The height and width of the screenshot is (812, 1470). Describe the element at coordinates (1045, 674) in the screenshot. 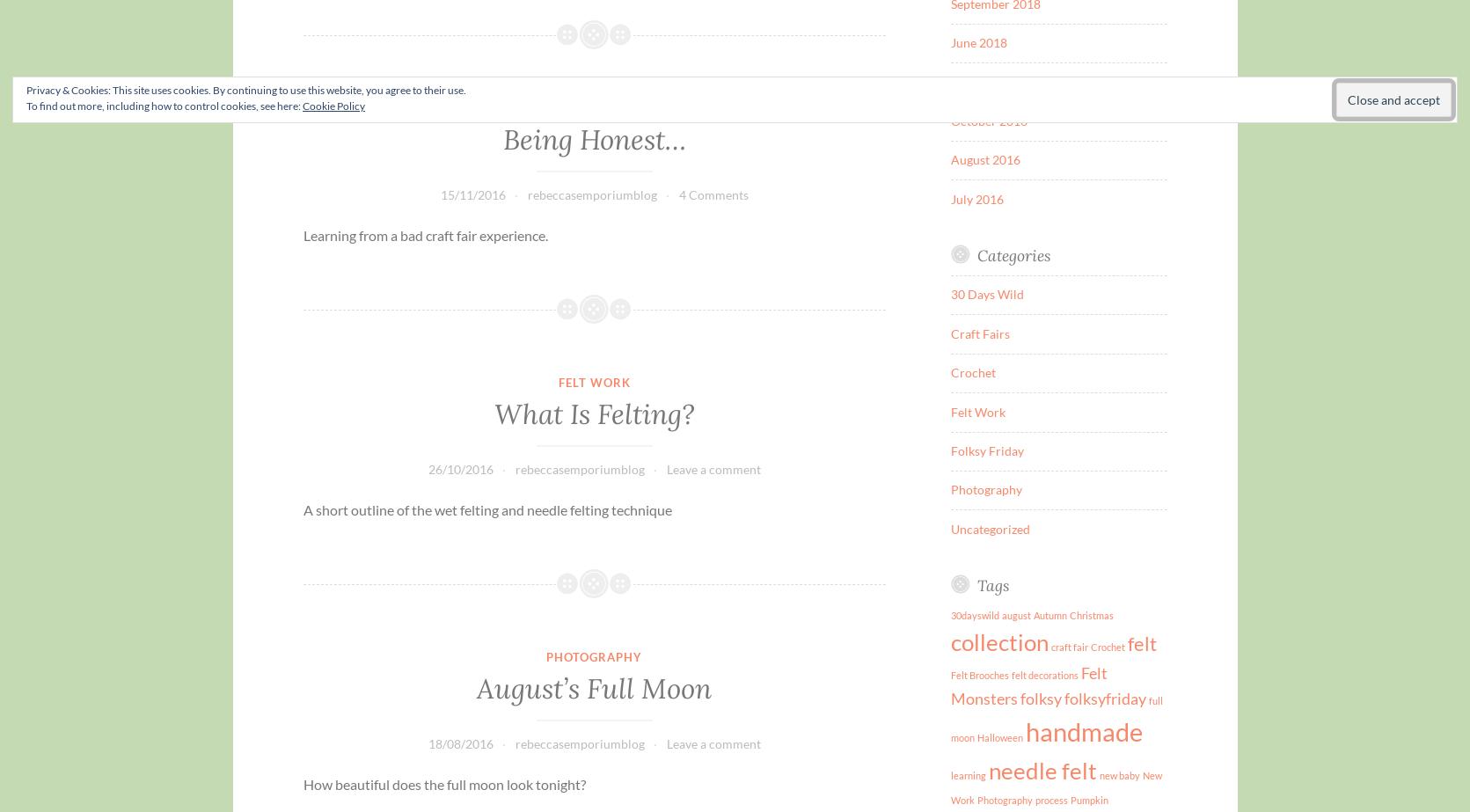

I see `'felt decorations'` at that location.